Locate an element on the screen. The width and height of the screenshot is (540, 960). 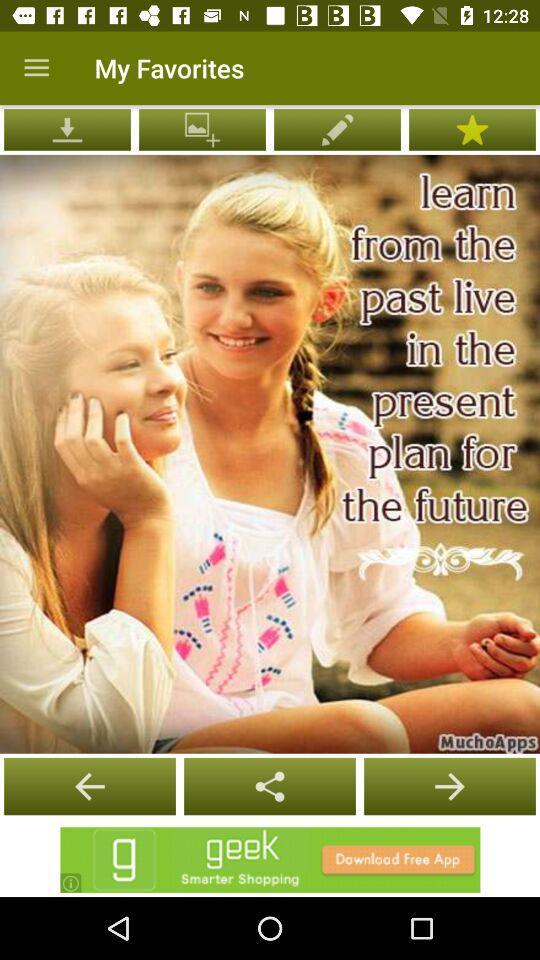
the advertisement is located at coordinates (270, 859).